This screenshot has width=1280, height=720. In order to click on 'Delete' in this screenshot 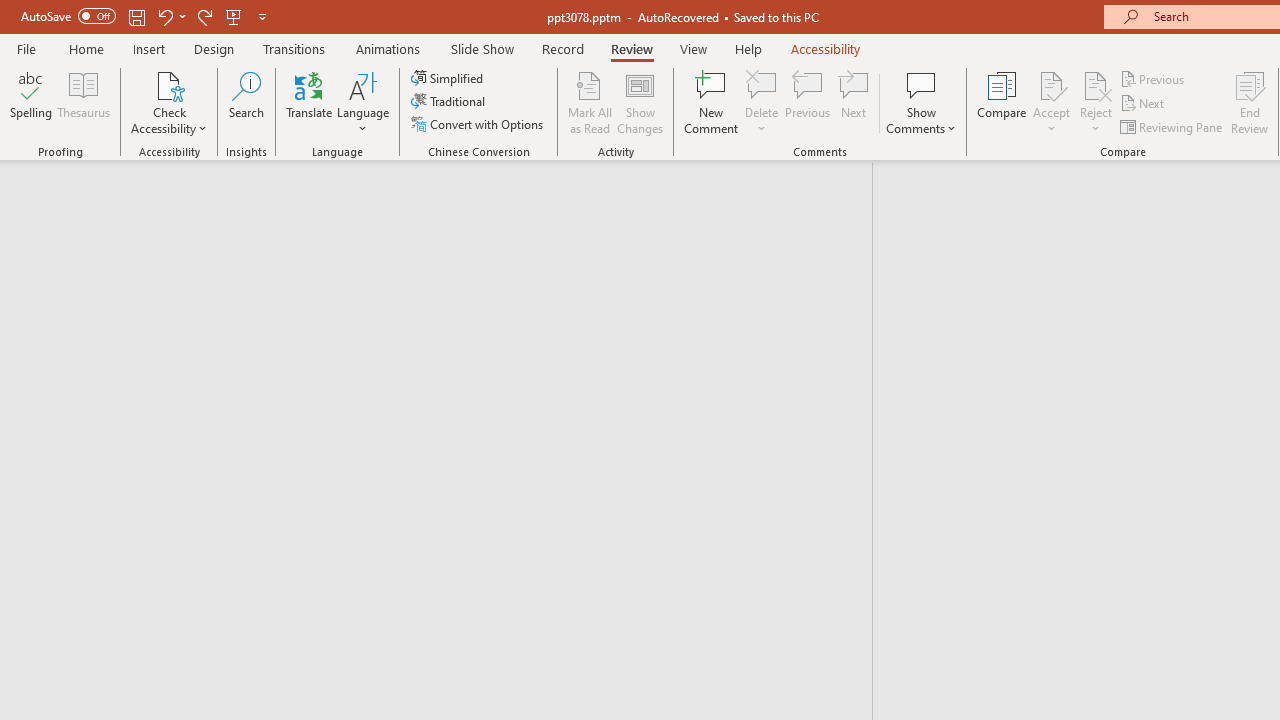, I will do `click(761, 84)`.